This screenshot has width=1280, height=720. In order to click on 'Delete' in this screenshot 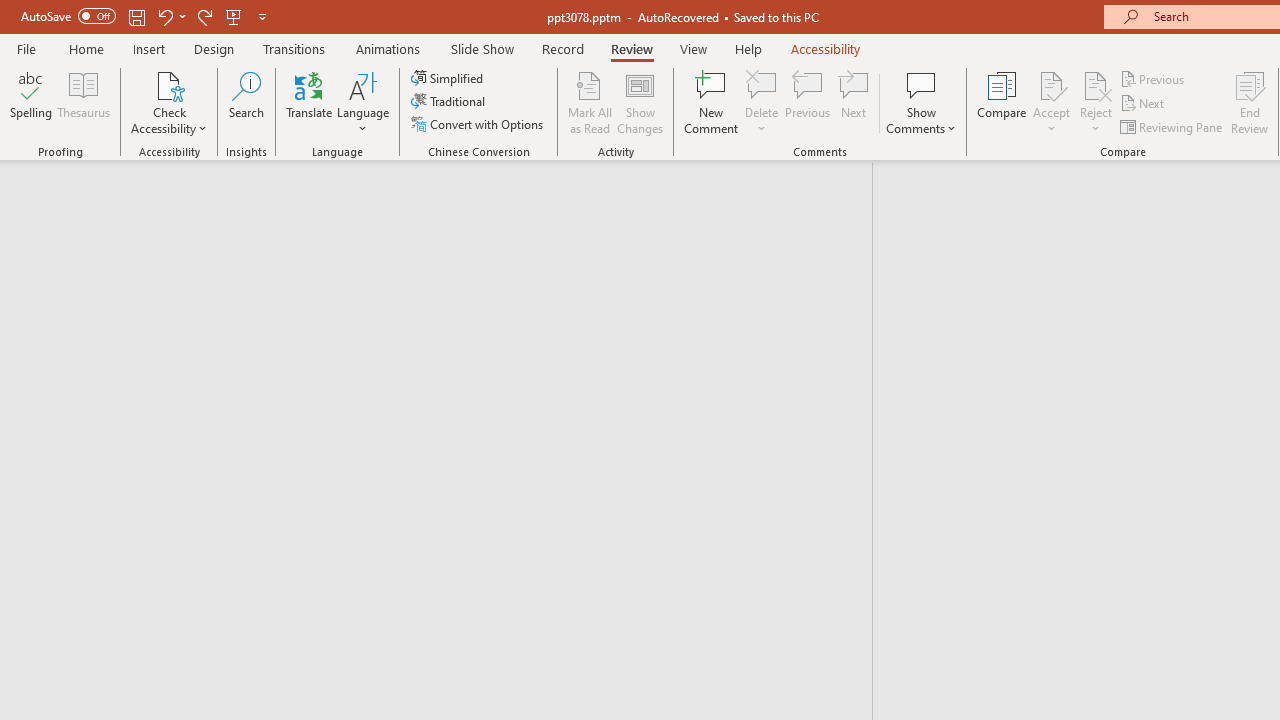, I will do `click(761, 84)`.